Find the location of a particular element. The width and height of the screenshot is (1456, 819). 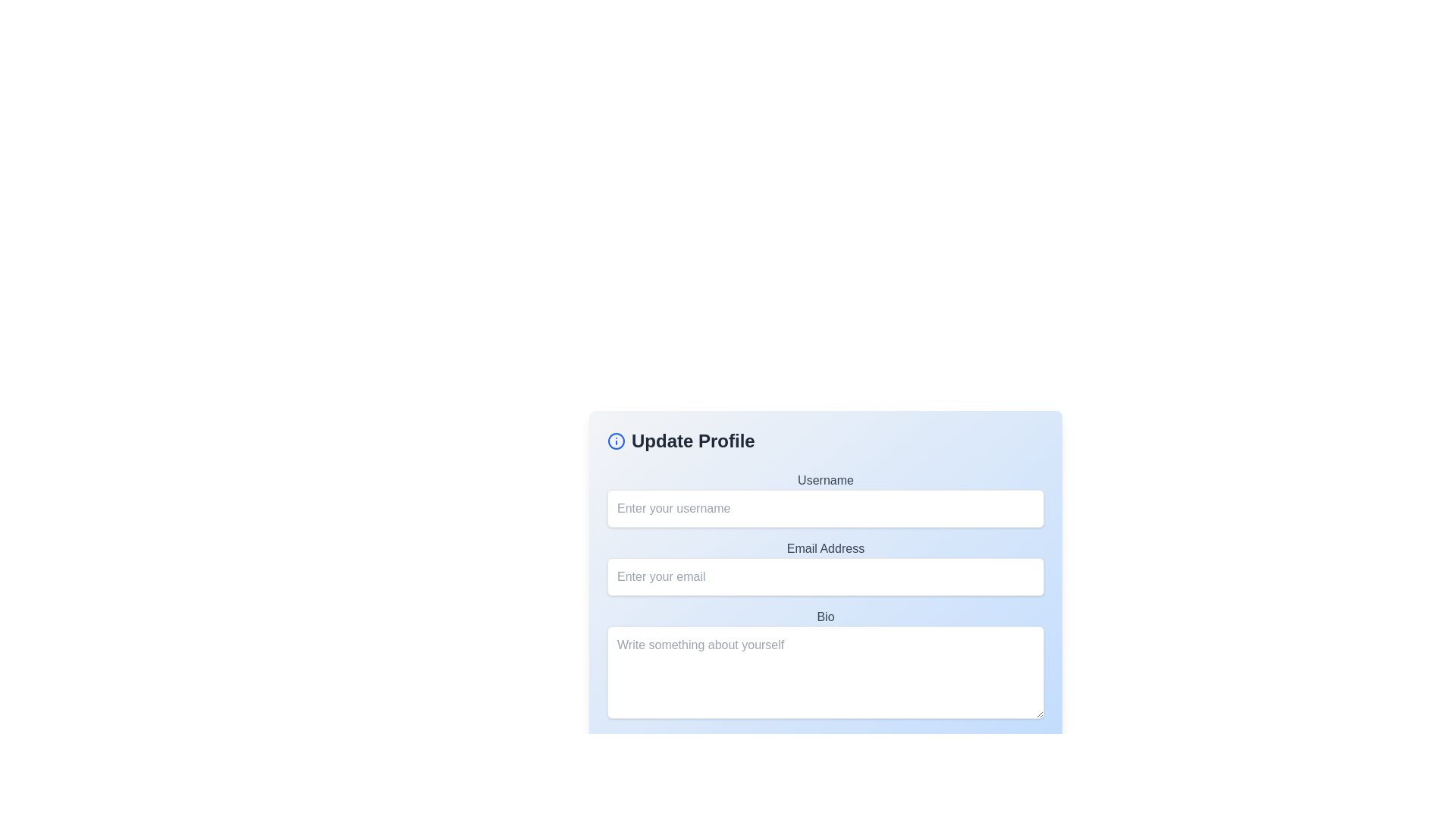

the labels of the form section containing 'Username', 'Email Address', and 'Bio' located below the 'Update Profile' heading is located at coordinates (825, 596).